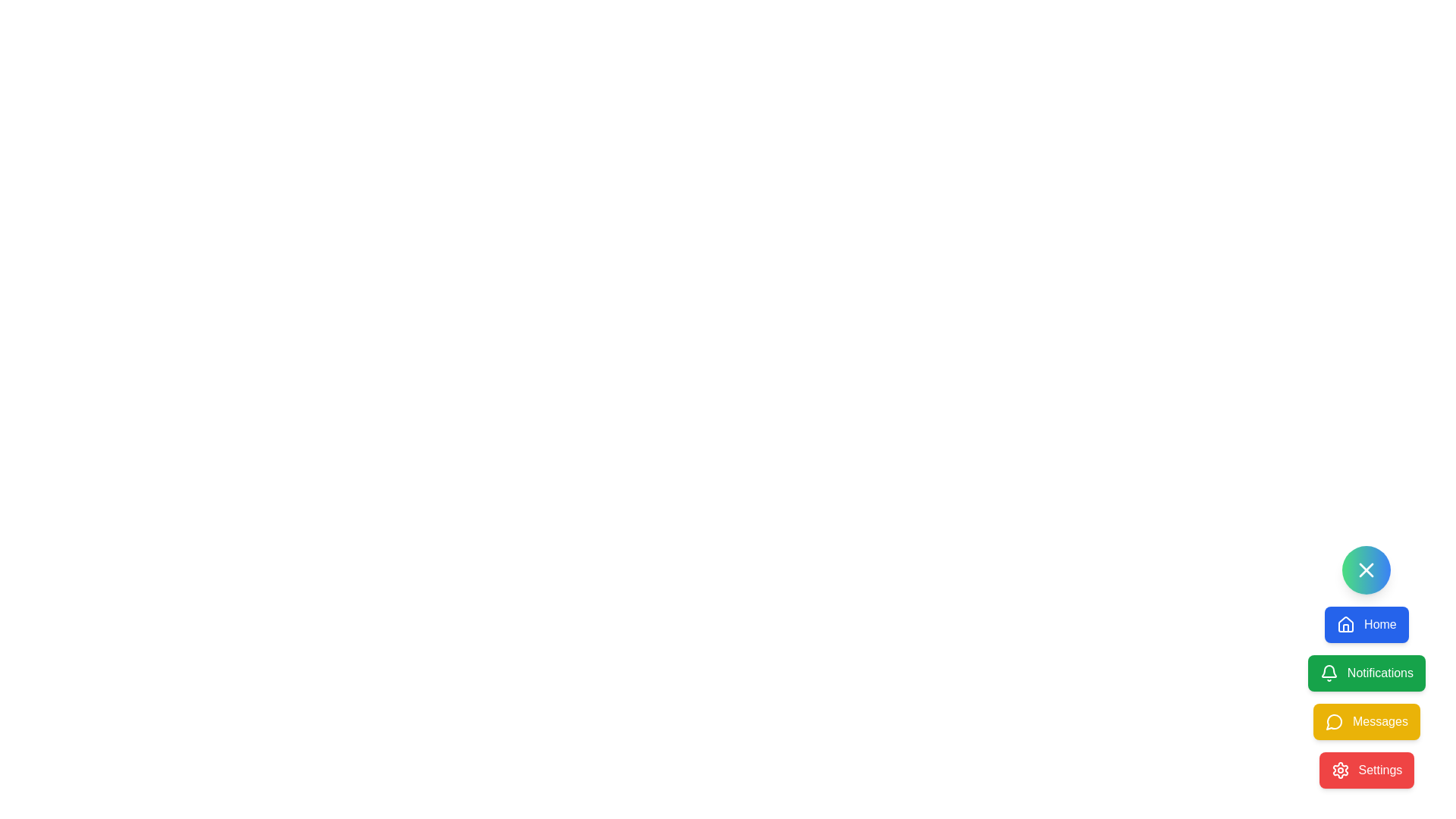 The height and width of the screenshot is (819, 1456). What do you see at coordinates (1333, 721) in the screenshot?
I see `the 'Messages' icon located within the yellow button labeled 'Messages', which is the third button in a vertical stack of similar buttons` at bounding box center [1333, 721].